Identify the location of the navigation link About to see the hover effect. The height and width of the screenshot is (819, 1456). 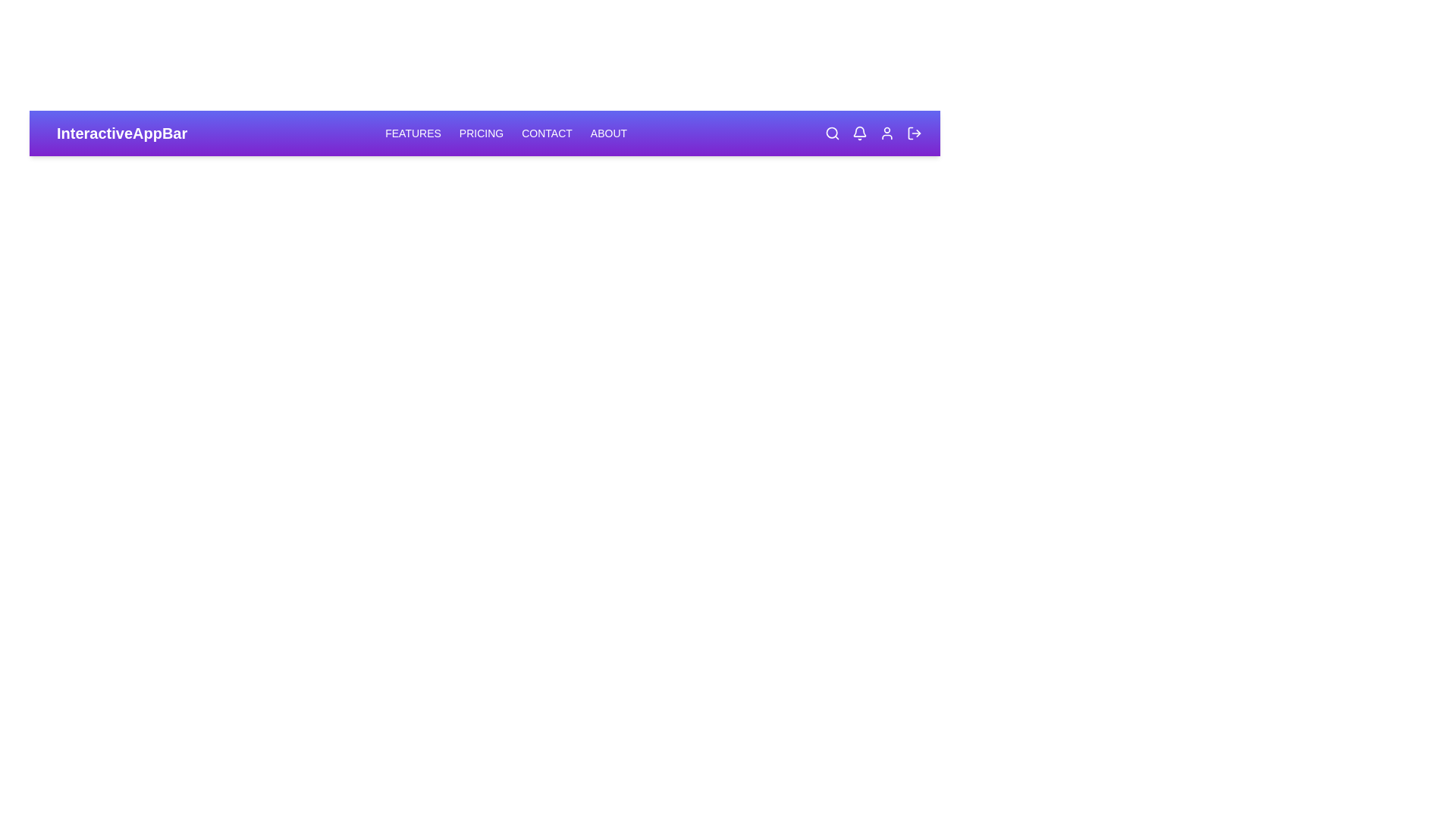
(607, 133).